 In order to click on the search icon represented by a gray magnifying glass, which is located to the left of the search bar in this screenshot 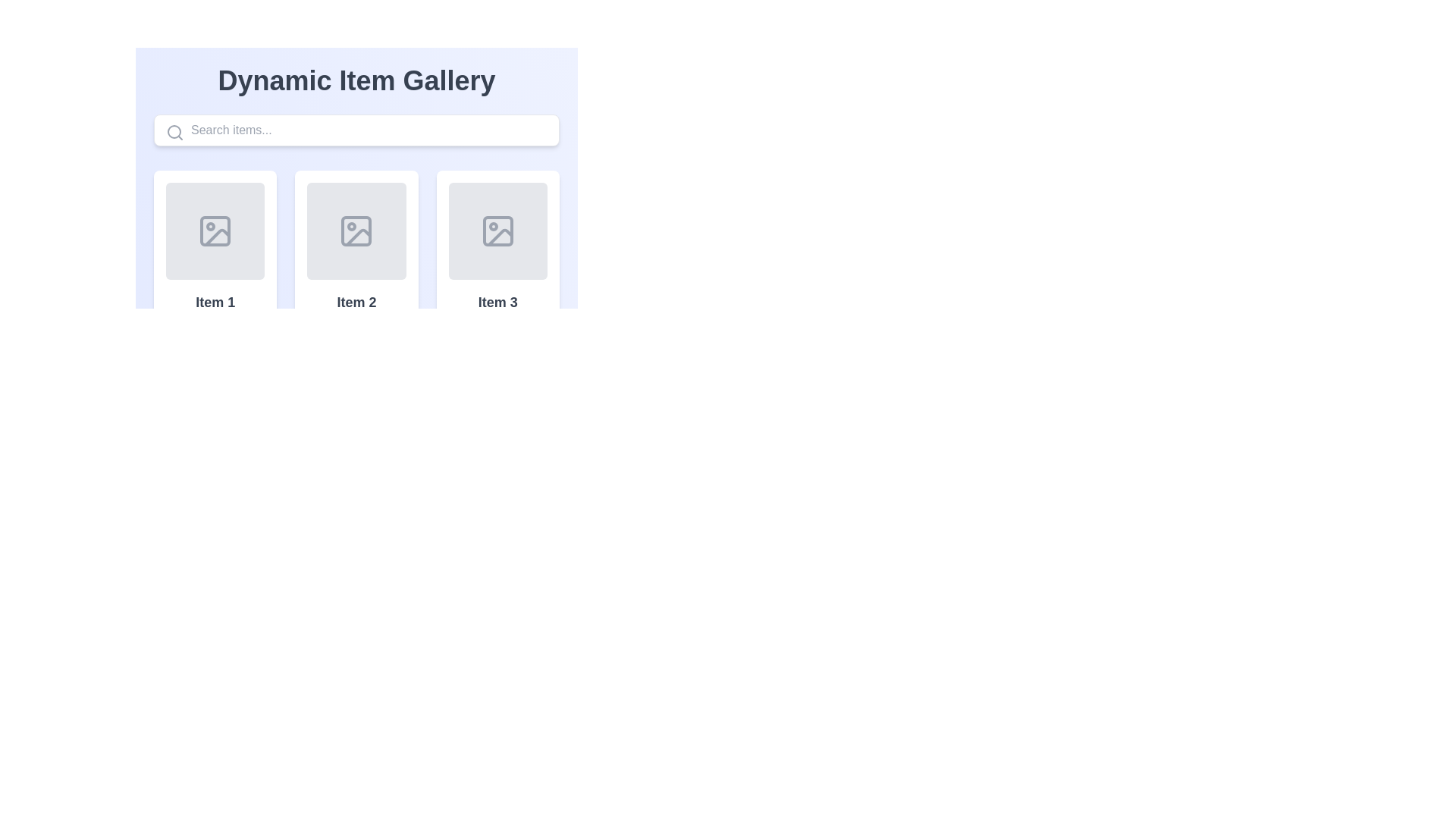, I will do `click(174, 131)`.